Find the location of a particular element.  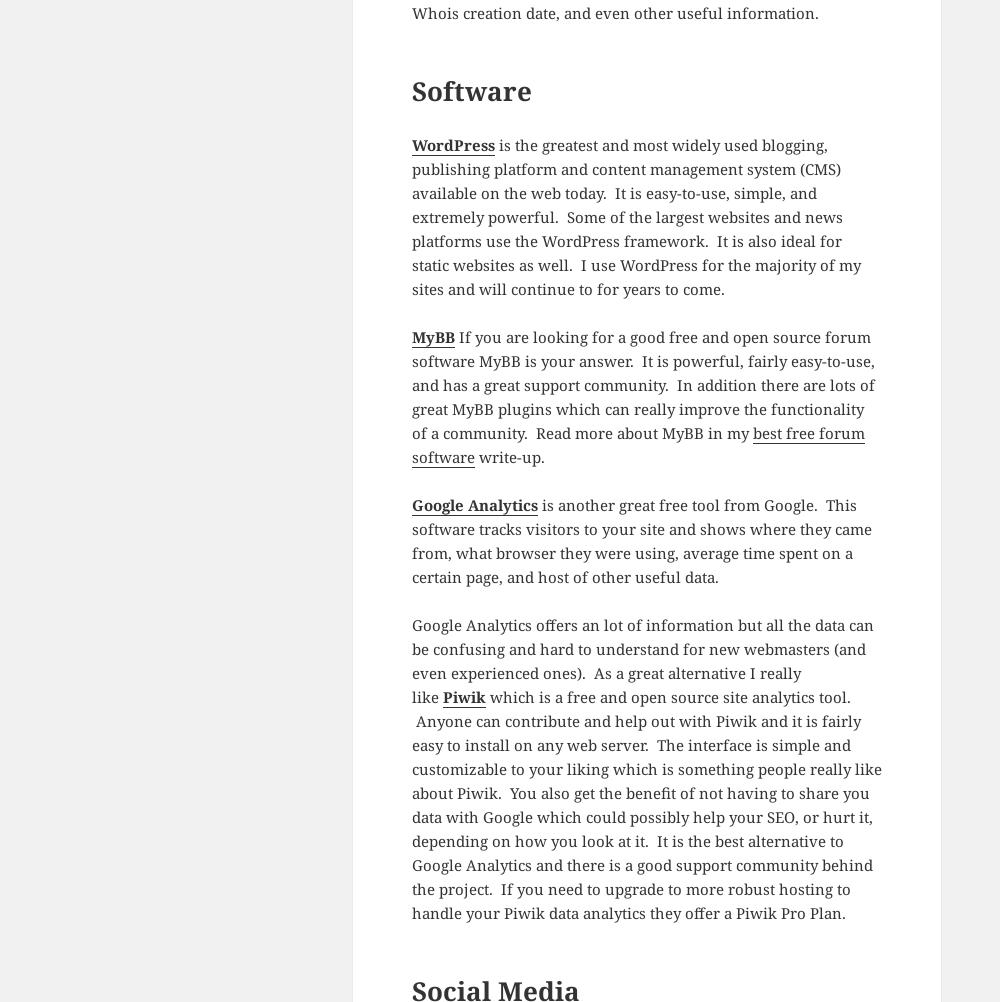

'Google Analytics offers an lot of information but all the data can be confusing and hard to understand for new webmasters (and even experienced ones).  As a great alternative I really like' is located at coordinates (642, 659).